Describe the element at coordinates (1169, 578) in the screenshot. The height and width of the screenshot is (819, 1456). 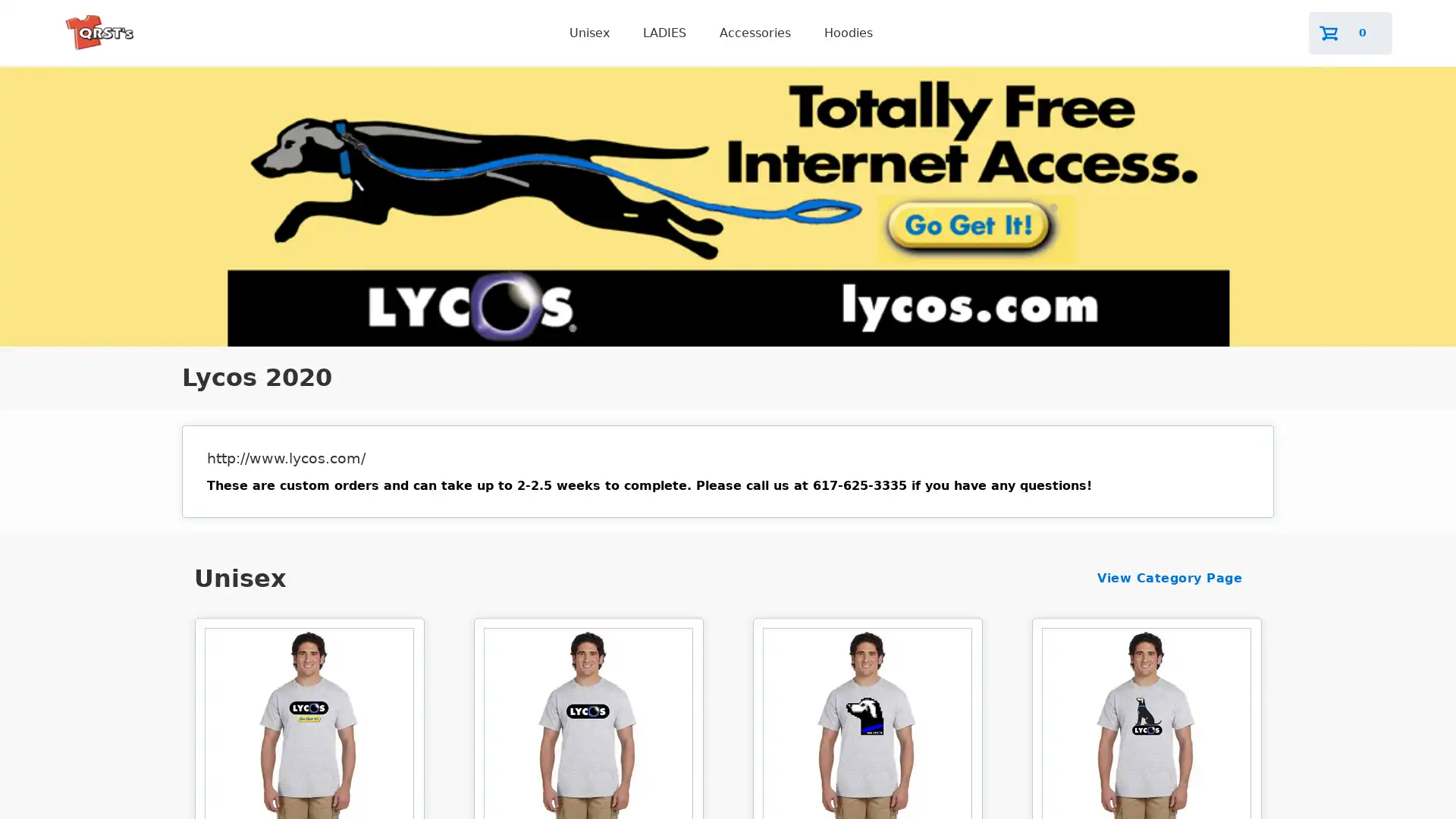
I see `View Category Page` at that location.